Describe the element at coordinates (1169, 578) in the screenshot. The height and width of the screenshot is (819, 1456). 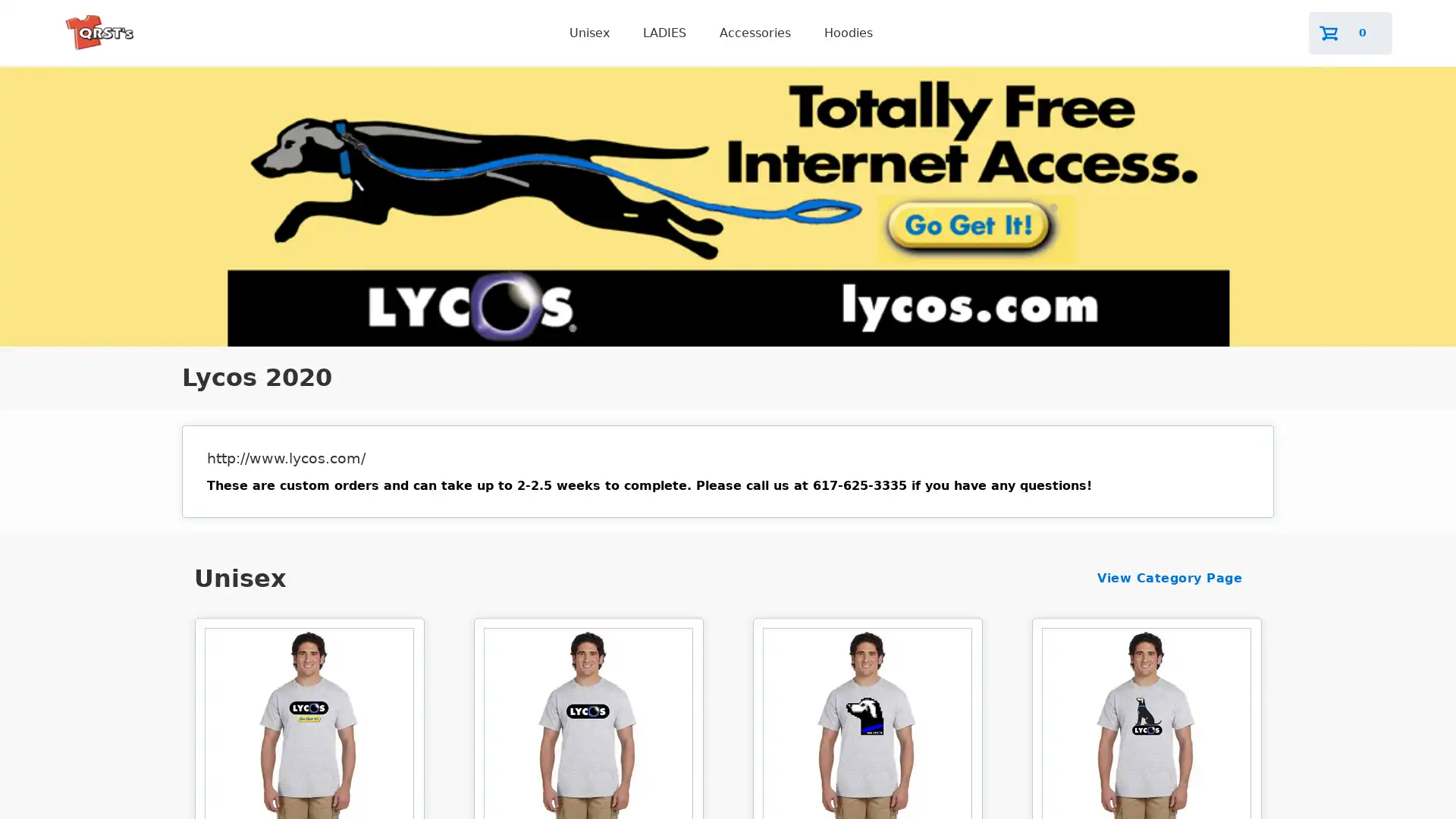
I see `View Category Page` at that location.